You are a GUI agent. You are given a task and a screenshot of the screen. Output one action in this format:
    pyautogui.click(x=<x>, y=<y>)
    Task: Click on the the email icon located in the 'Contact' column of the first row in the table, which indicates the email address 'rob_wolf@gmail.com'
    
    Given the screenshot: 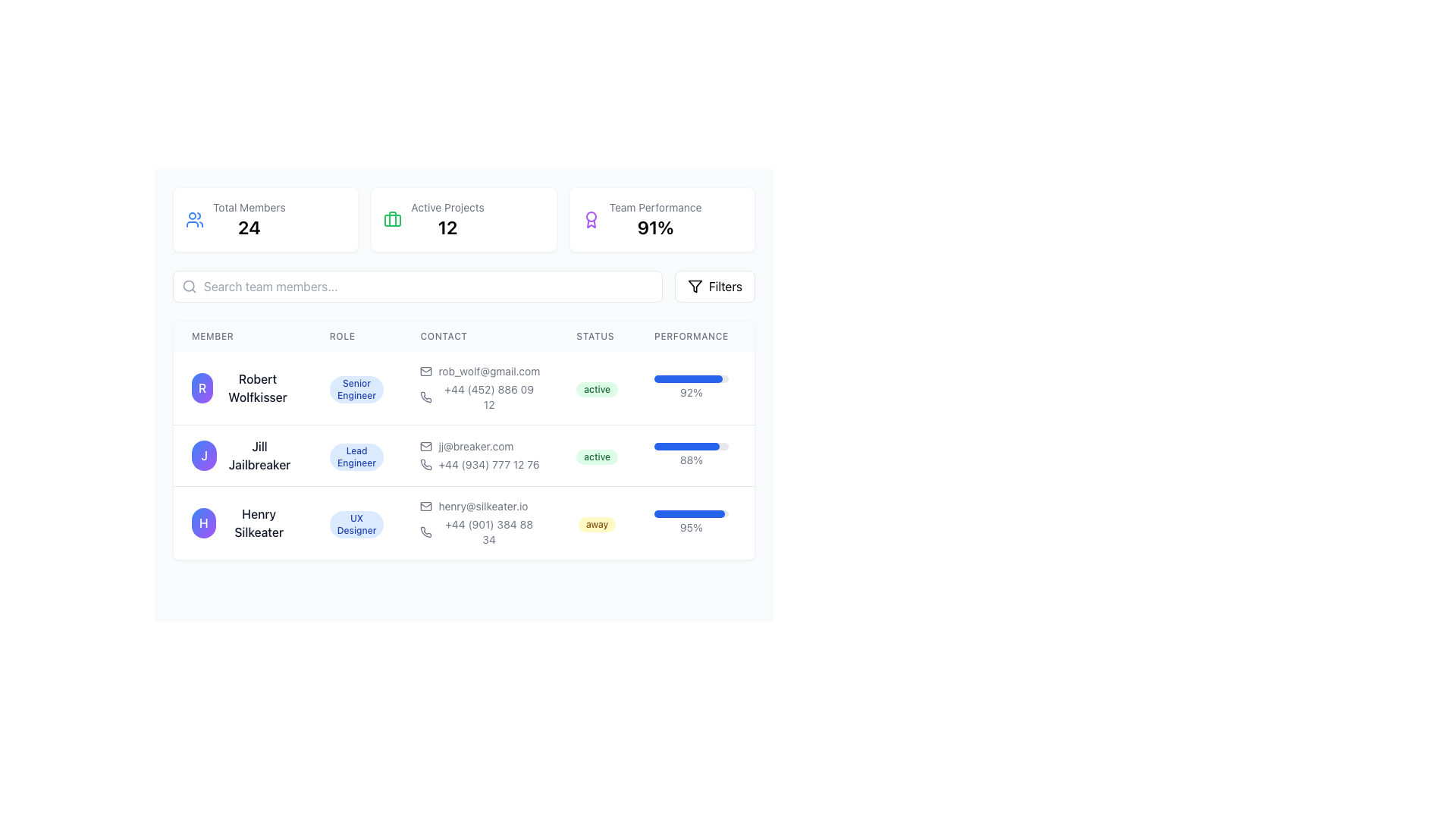 What is the action you would take?
    pyautogui.click(x=425, y=371)
    